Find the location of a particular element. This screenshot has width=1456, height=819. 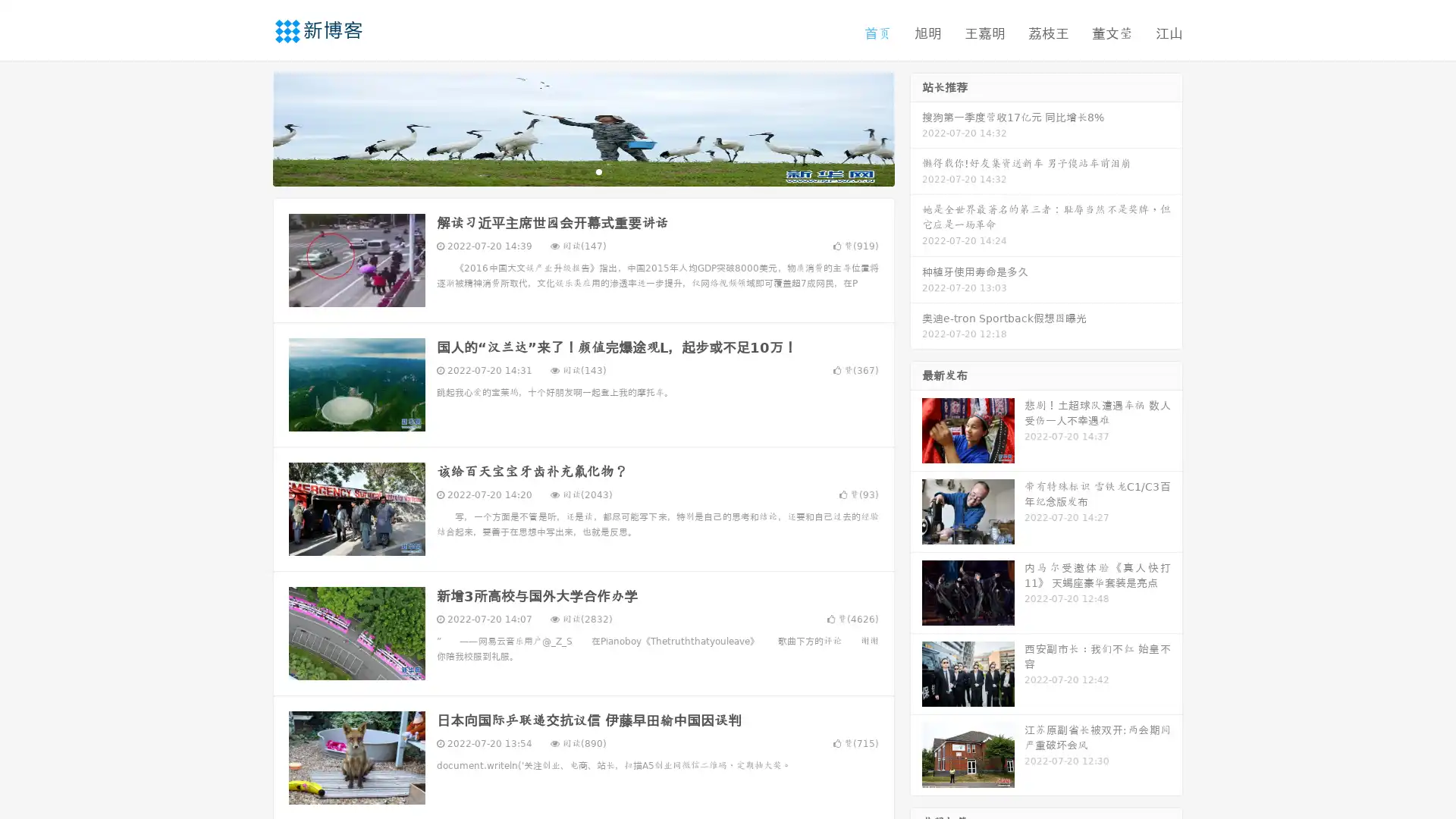

Next slide is located at coordinates (916, 127).